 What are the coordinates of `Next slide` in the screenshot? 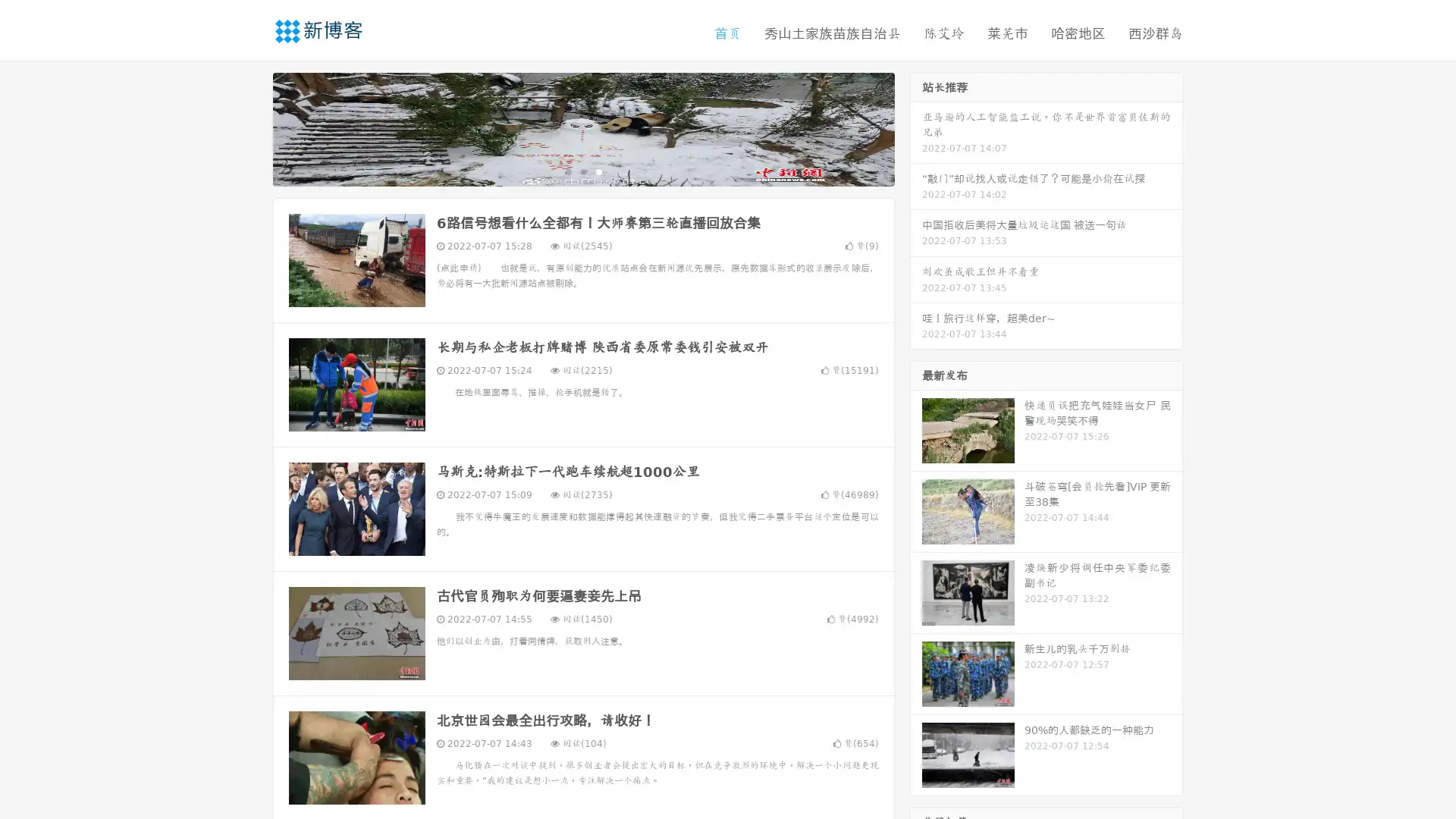 It's located at (916, 127).